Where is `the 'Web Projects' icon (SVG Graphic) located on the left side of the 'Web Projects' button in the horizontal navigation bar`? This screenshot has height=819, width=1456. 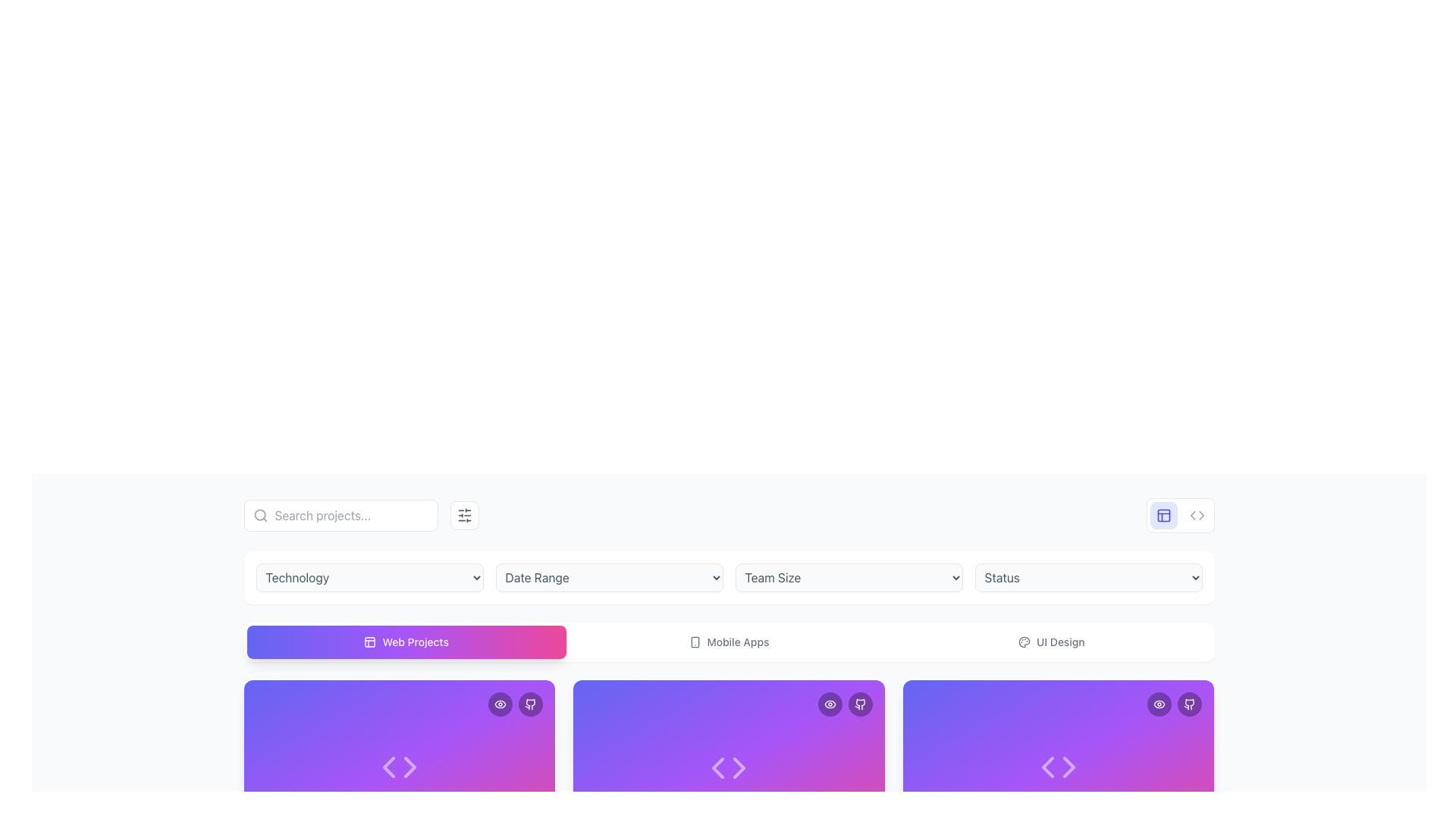
the 'Web Projects' icon (SVG Graphic) located on the left side of the 'Web Projects' button in the horizontal navigation bar is located at coordinates (370, 642).